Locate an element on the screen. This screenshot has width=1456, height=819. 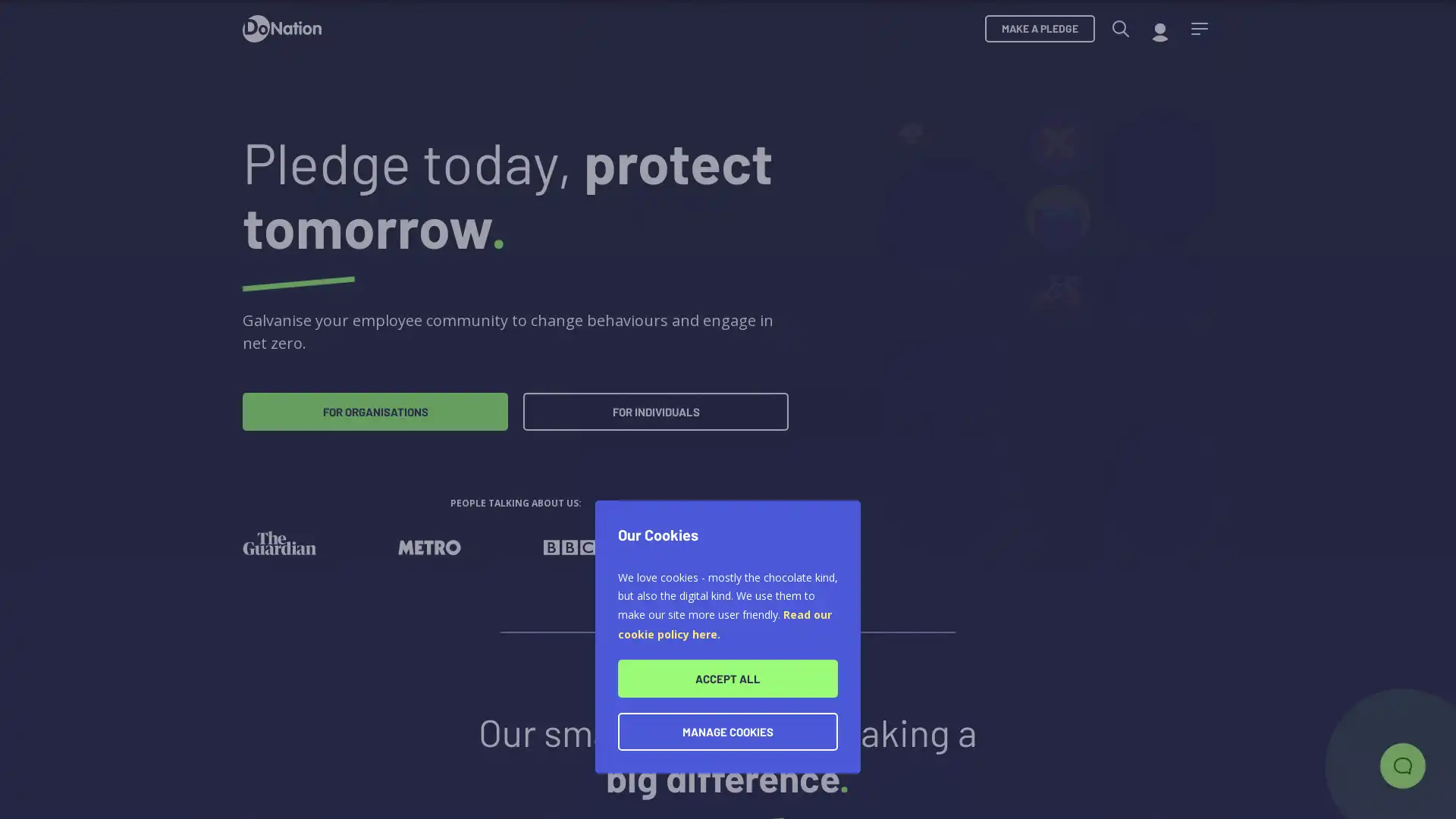
Menu is located at coordinates (1199, 29).